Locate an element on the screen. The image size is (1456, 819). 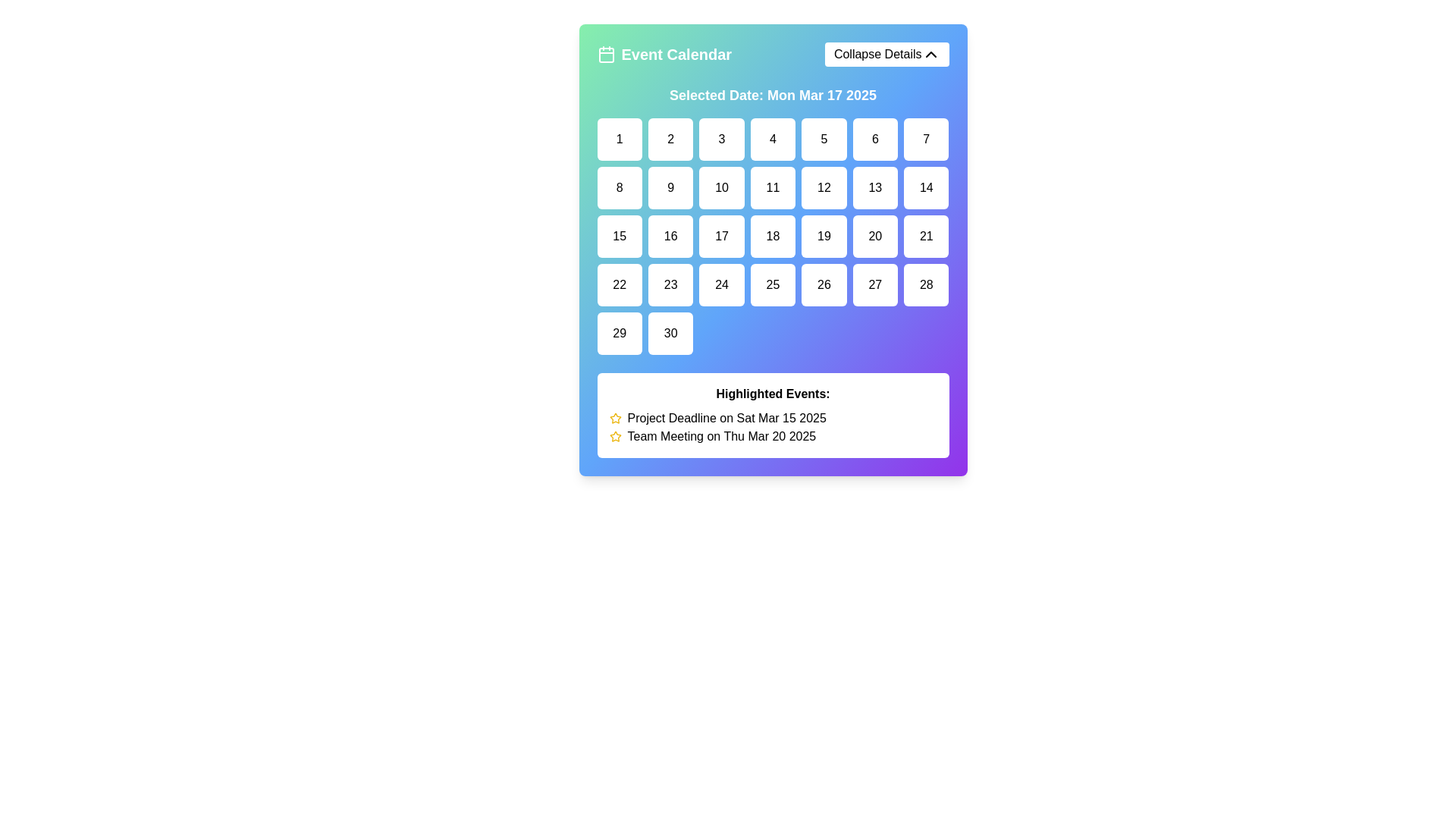
the grid cell displaying the number '18' with a white background and rounded corners is located at coordinates (773, 237).